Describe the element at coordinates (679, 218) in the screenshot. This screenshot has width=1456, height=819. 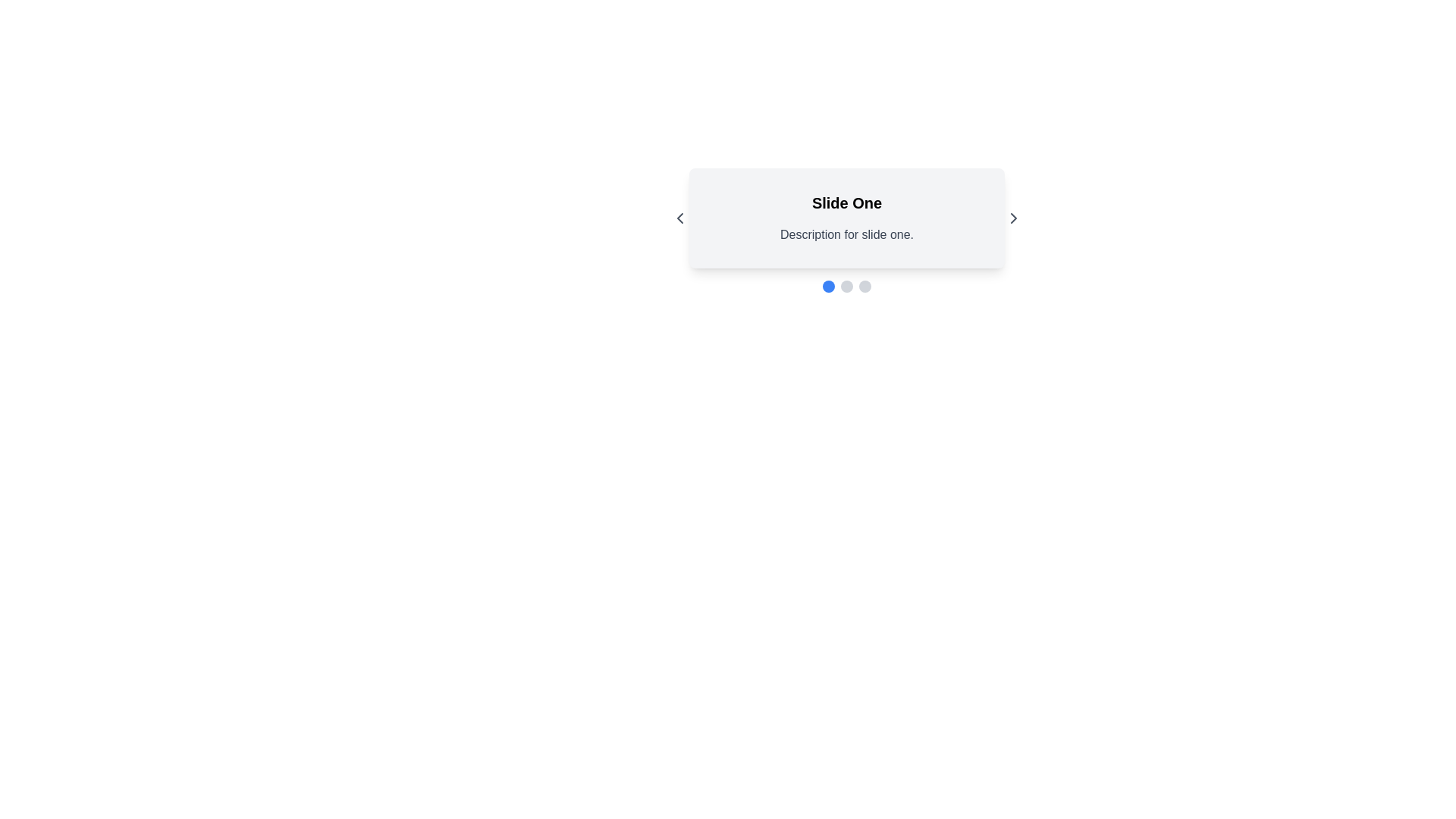
I see `the left-pointing chevron arrow icon located in the navigation section above the content box labeled 'Slide One'` at that location.